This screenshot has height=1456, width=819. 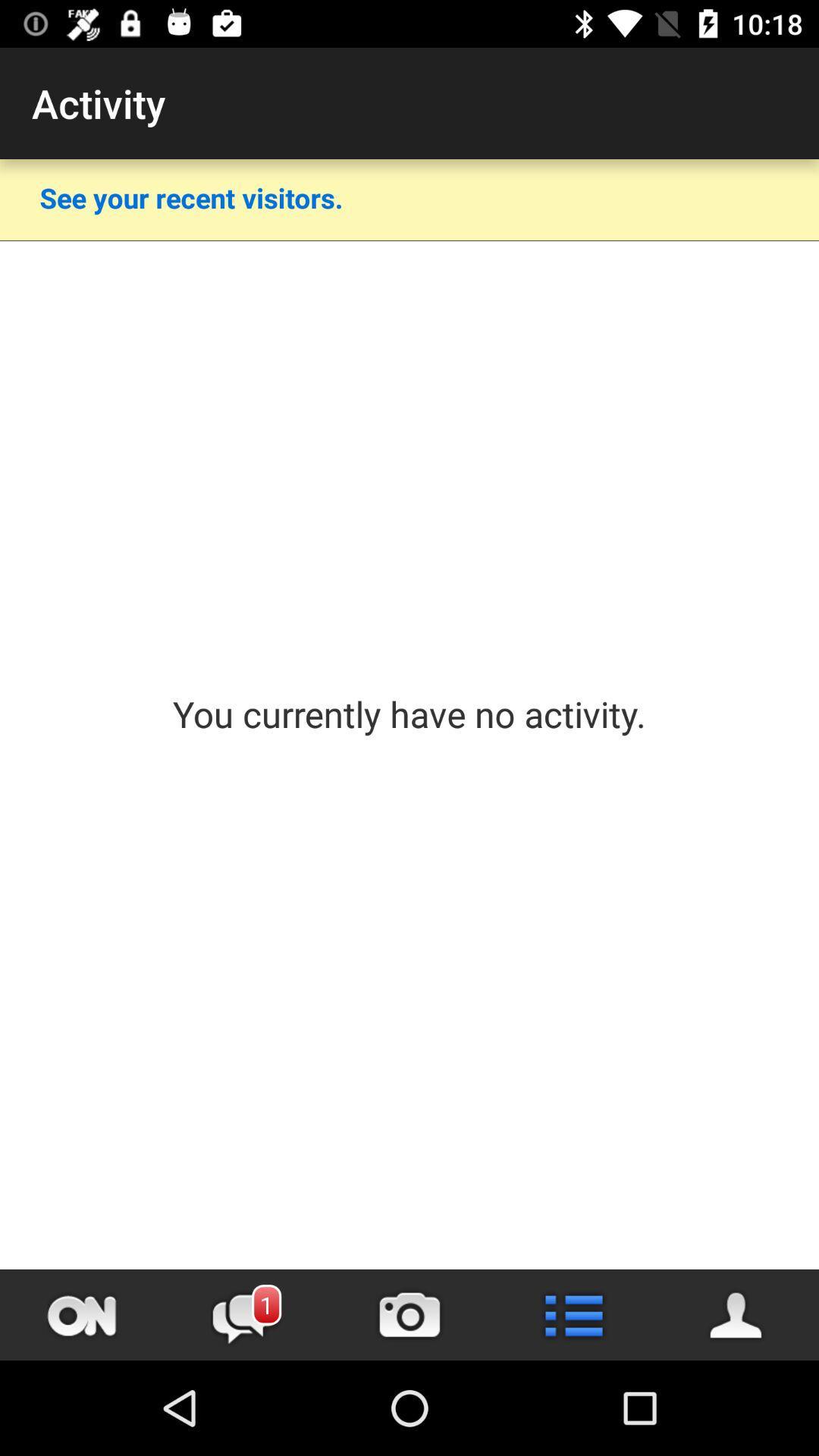 What do you see at coordinates (409, 1314) in the screenshot?
I see `open camera` at bounding box center [409, 1314].